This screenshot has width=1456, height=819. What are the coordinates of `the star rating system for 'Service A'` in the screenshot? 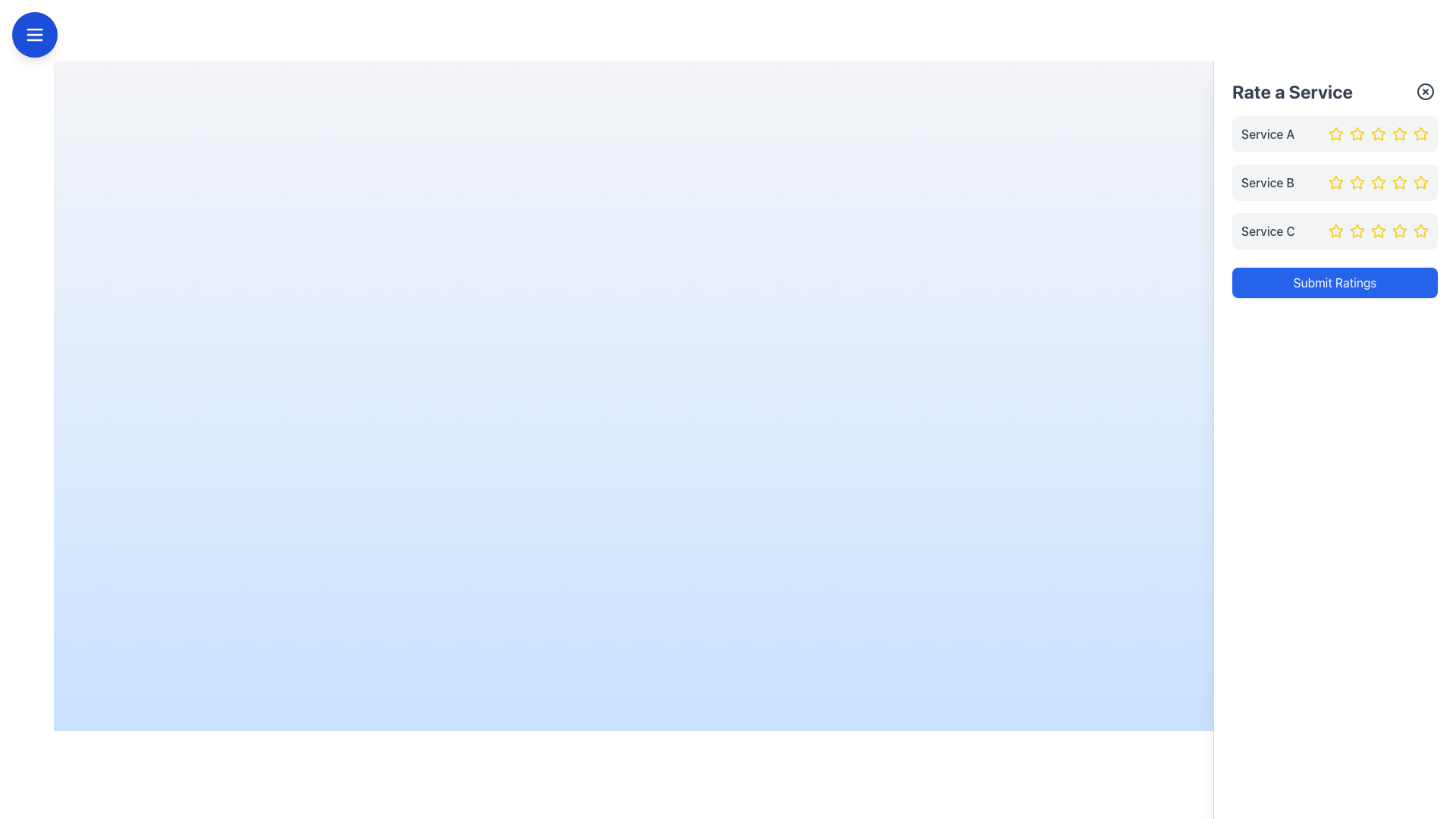 It's located at (1335, 133).